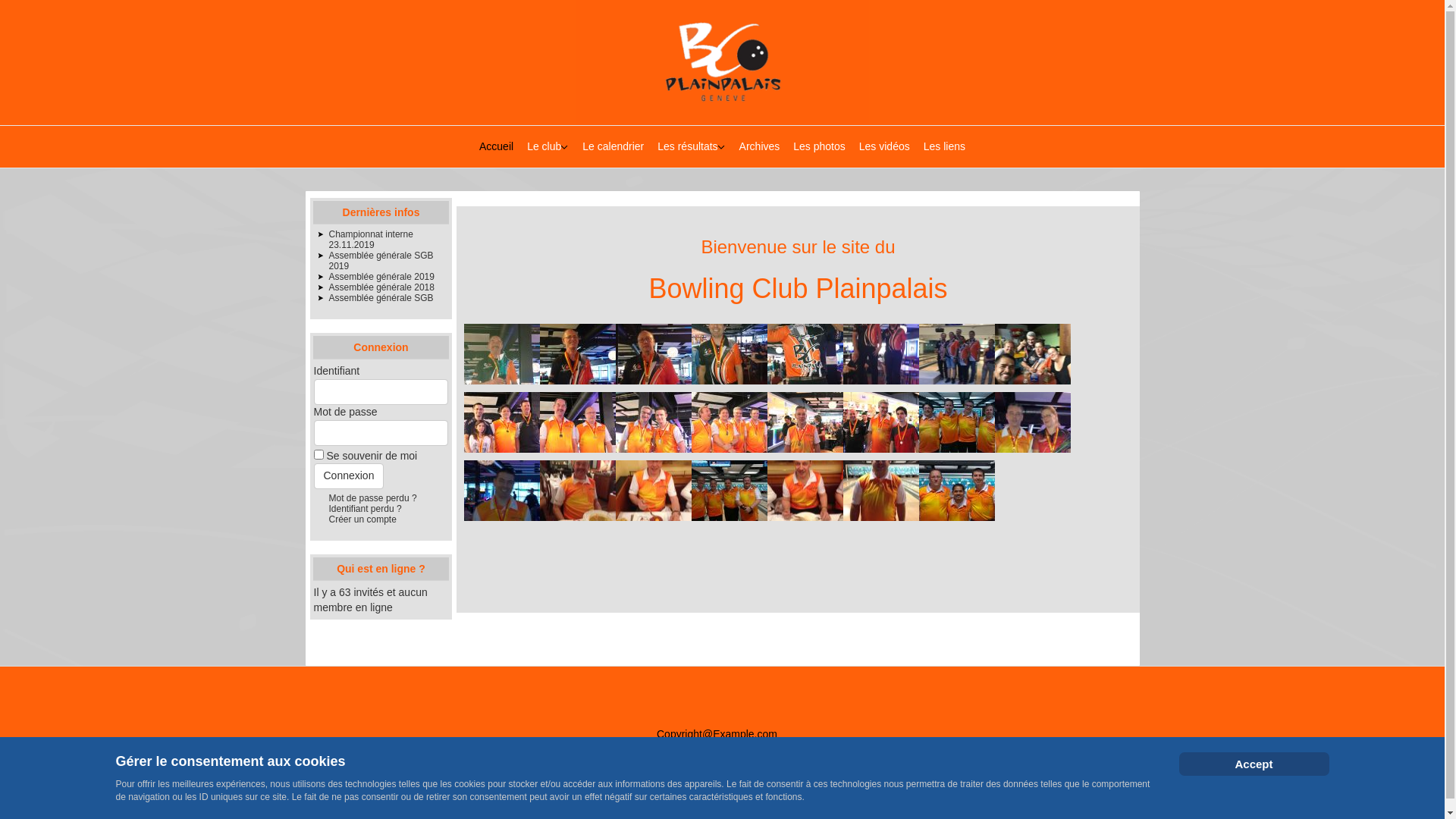 The image size is (1456, 819). What do you see at coordinates (328, 509) in the screenshot?
I see `'Identifiant perdu ?'` at bounding box center [328, 509].